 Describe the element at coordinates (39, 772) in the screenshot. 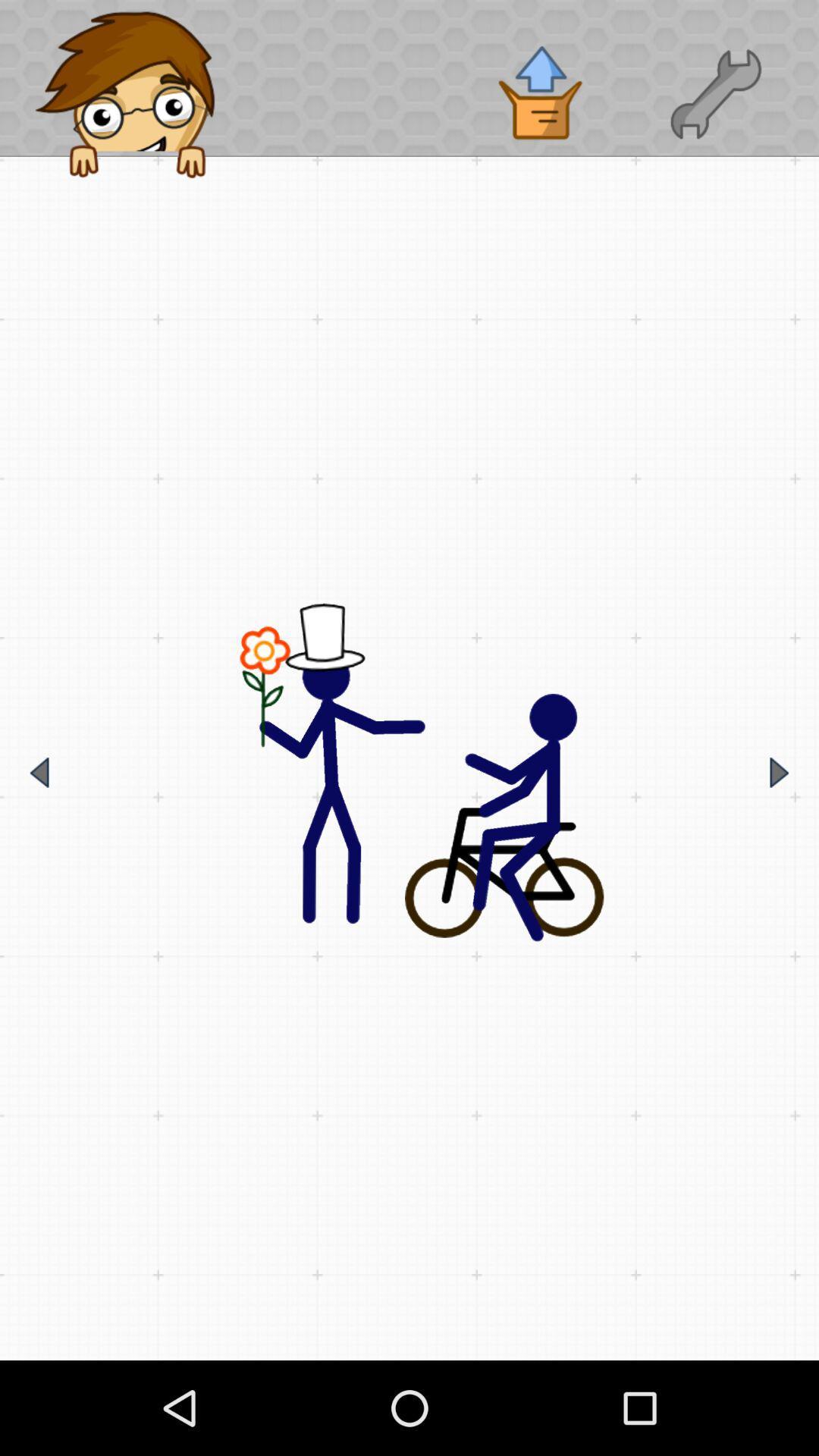

I see `the arrow_backward icon` at that location.